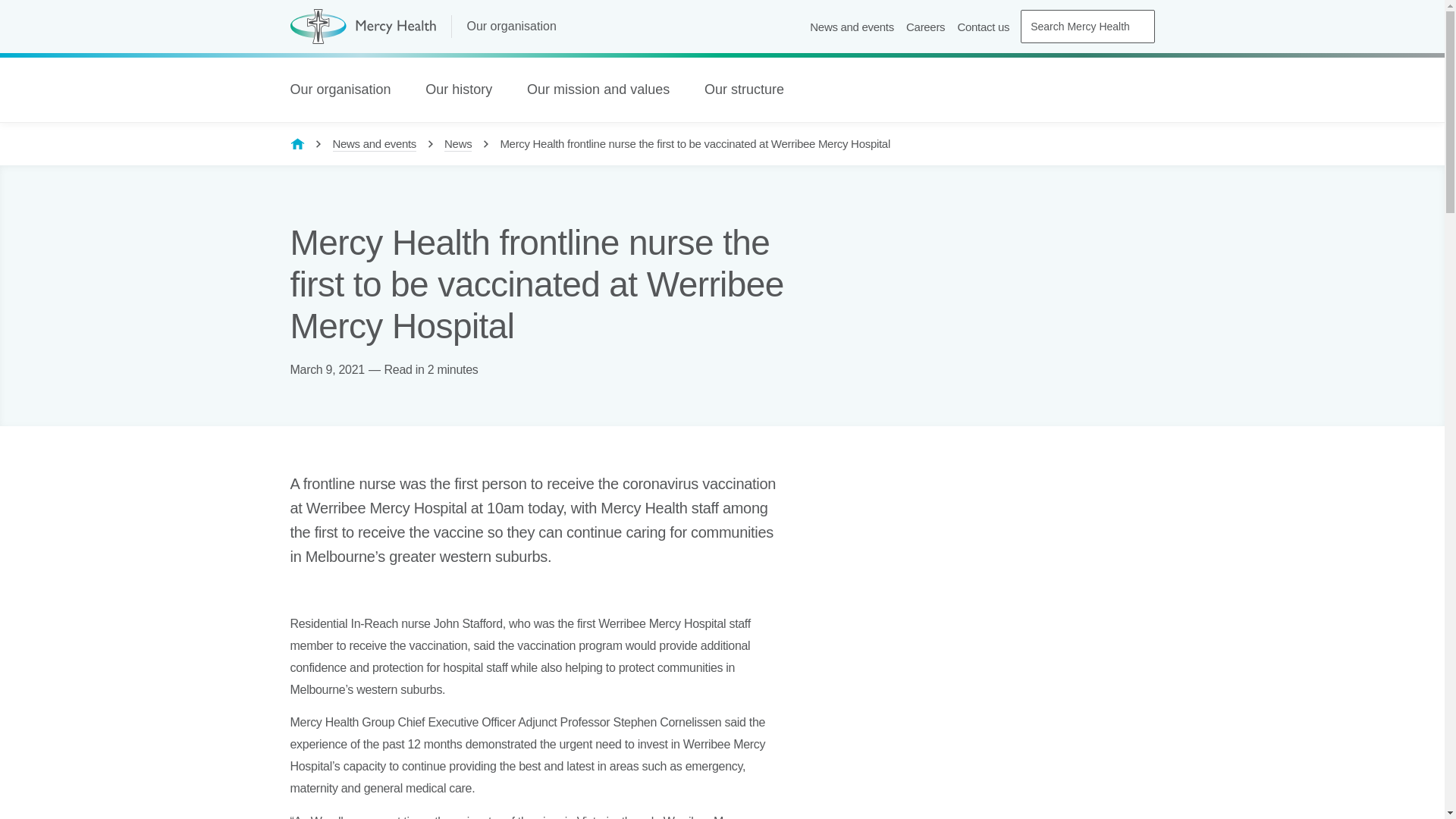 This screenshot has width=1456, height=819. What do you see at coordinates (374, 144) in the screenshot?
I see `'News and events'` at bounding box center [374, 144].